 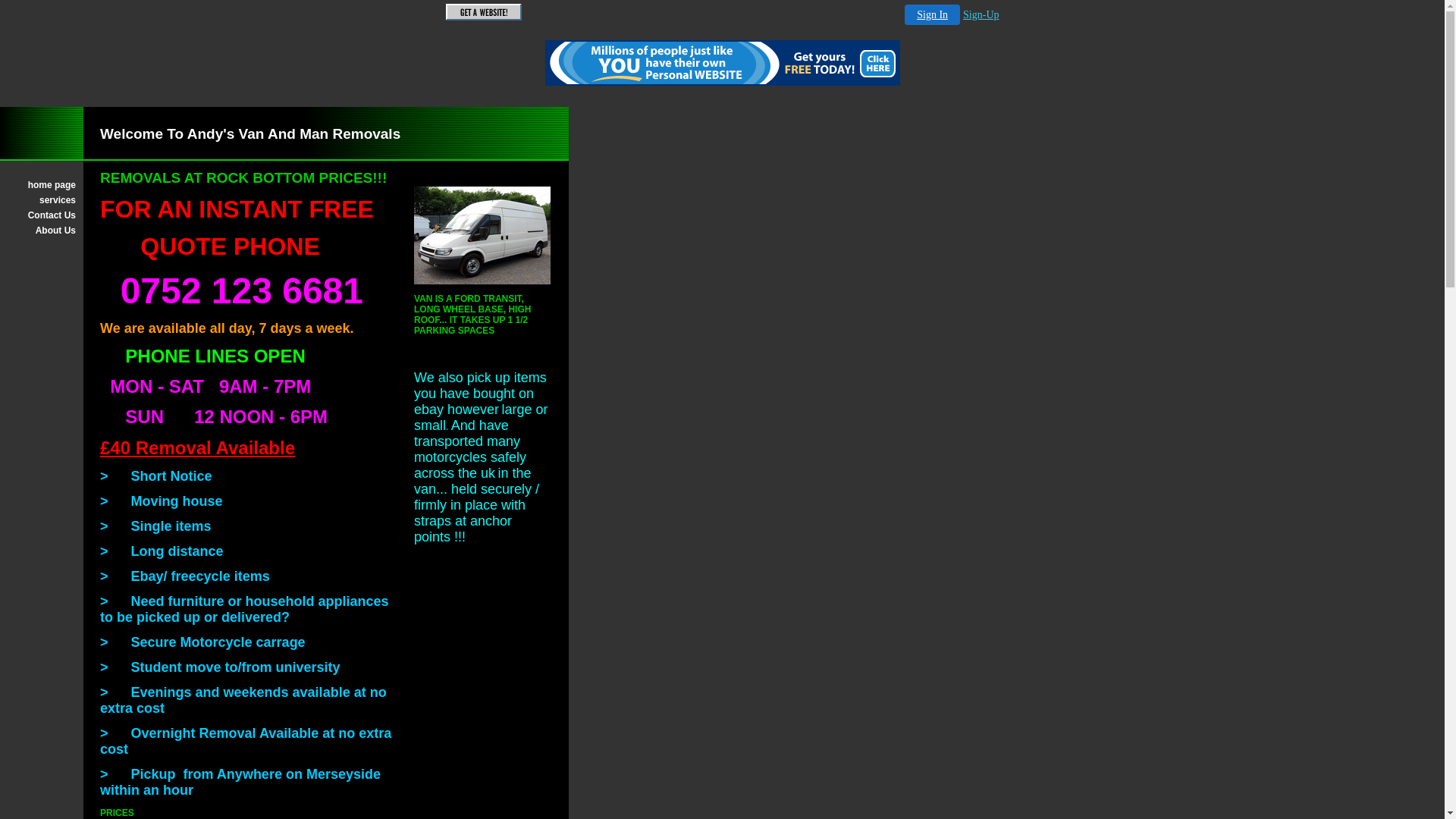 I want to click on 'Contact Us', so click(x=7, y=215).